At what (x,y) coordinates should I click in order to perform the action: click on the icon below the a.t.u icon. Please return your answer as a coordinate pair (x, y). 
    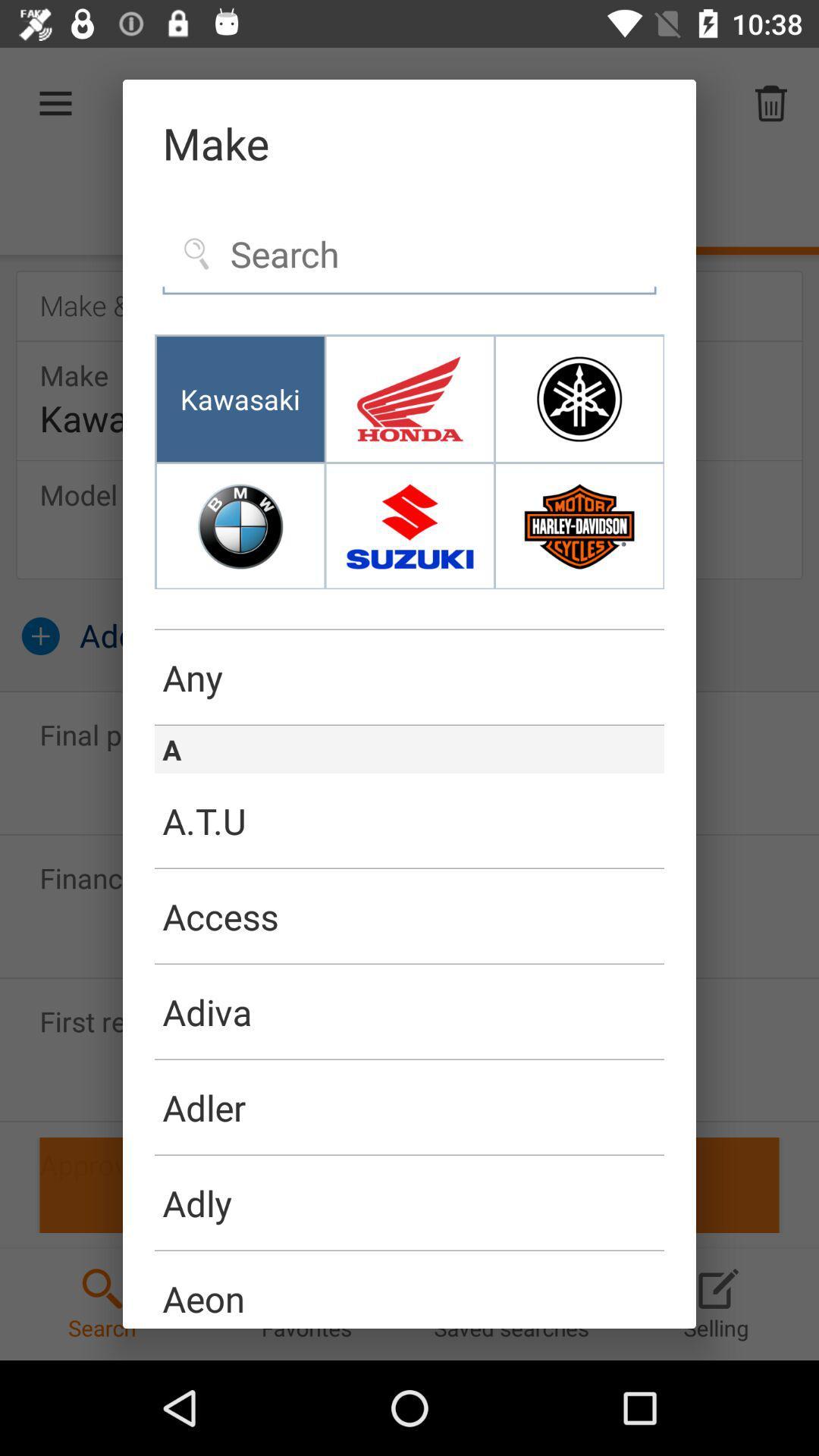
    Looking at the image, I should click on (409, 868).